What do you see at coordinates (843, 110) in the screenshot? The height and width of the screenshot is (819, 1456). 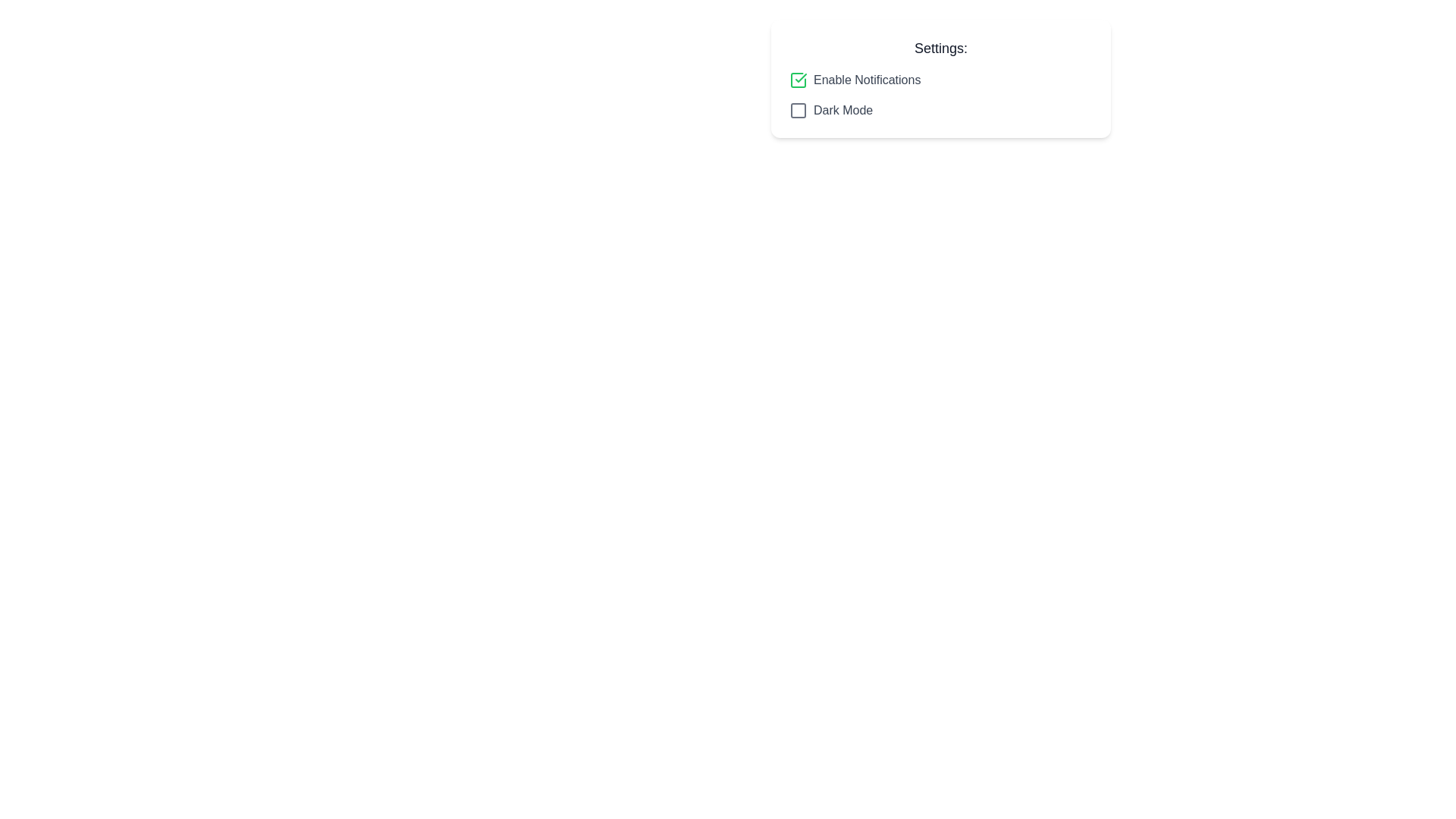 I see `the center of the 'Dark Mode' label to toggle its associated switch` at bounding box center [843, 110].